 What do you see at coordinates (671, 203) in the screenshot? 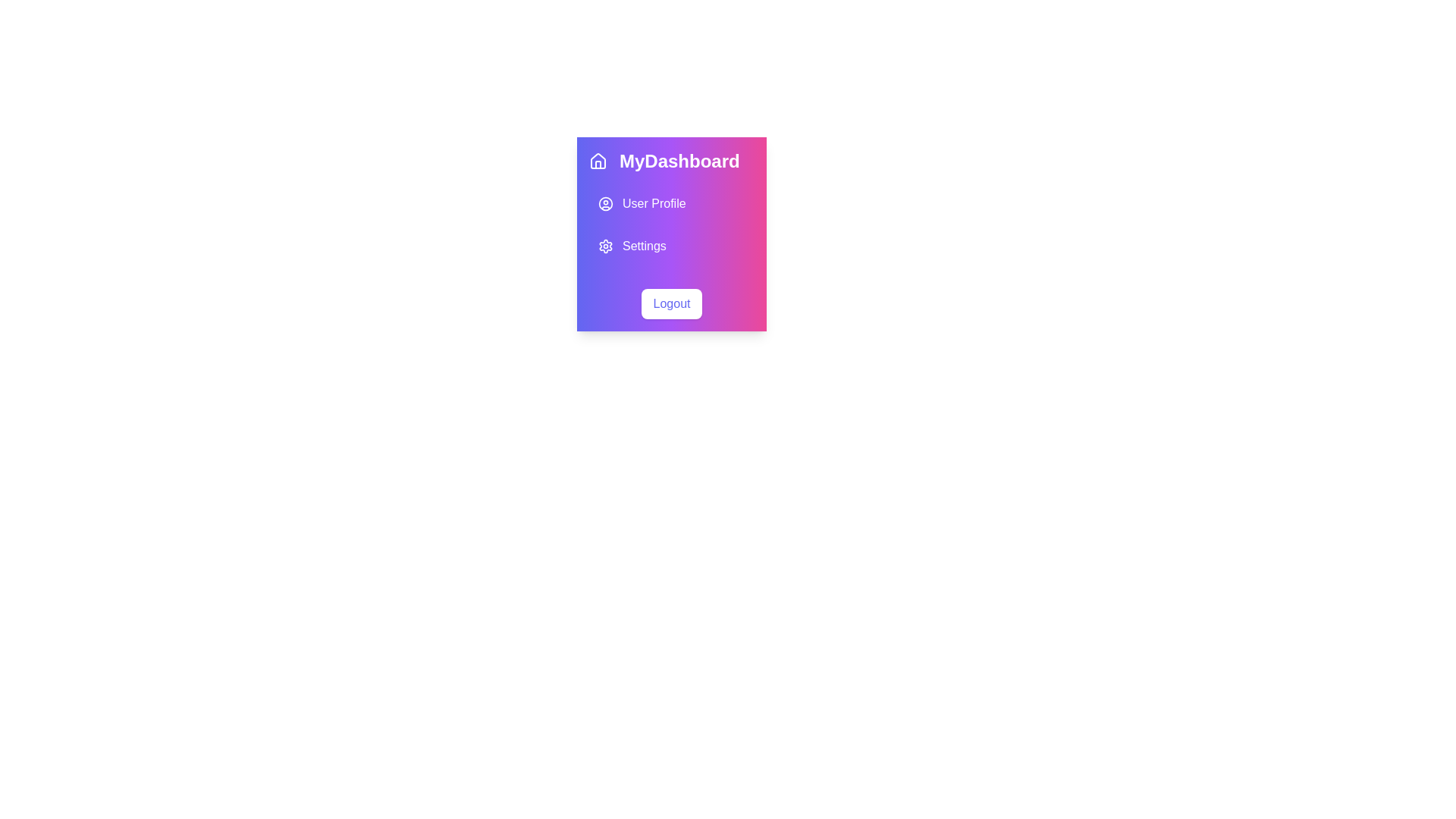
I see `the first menu item in the vertical list located below the 'MyDashboard' header` at bounding box center [671, 203].